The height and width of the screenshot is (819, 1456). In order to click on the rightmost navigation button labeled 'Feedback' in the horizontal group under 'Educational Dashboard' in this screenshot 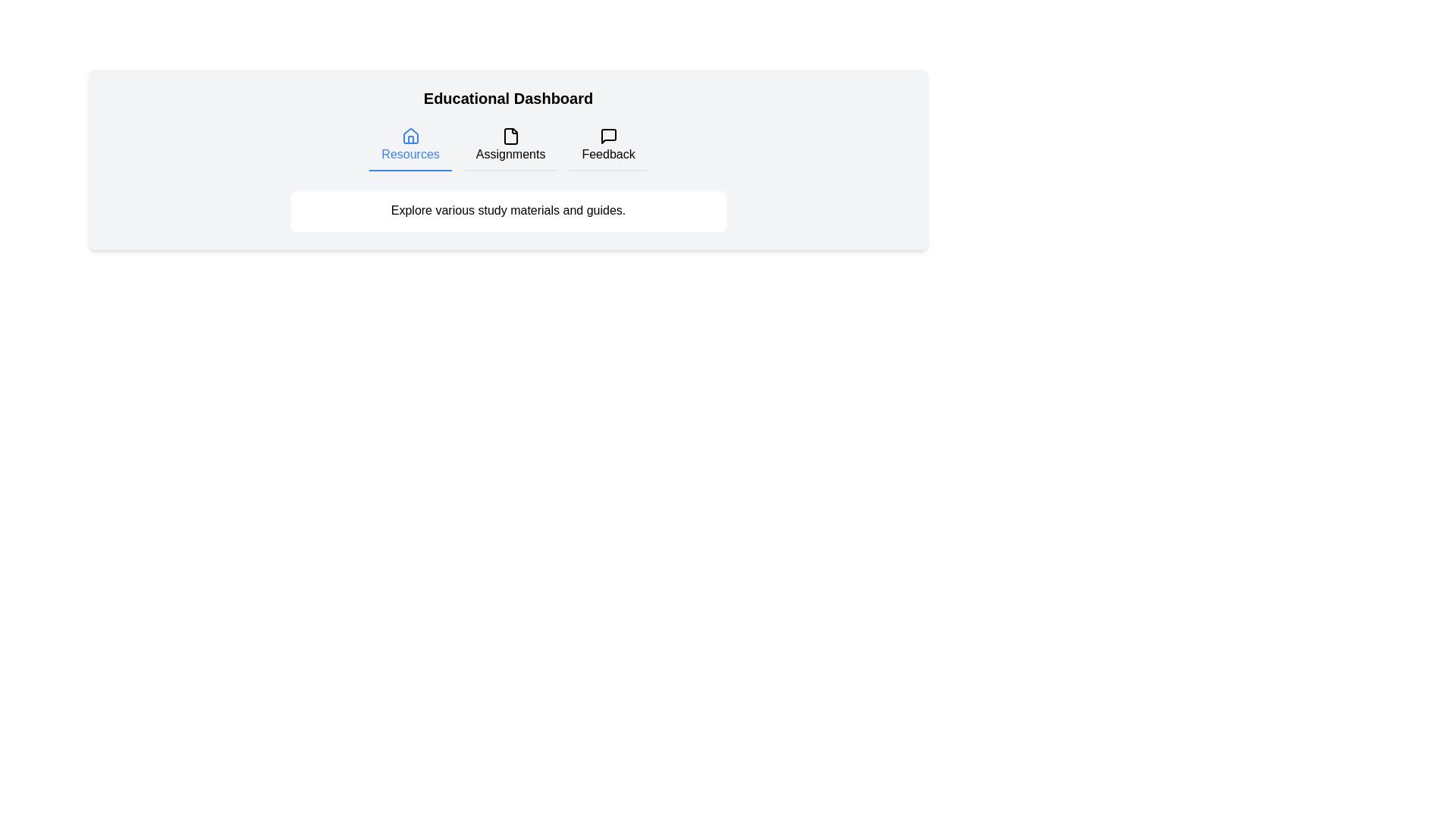, I will do `click(608, 146)`.